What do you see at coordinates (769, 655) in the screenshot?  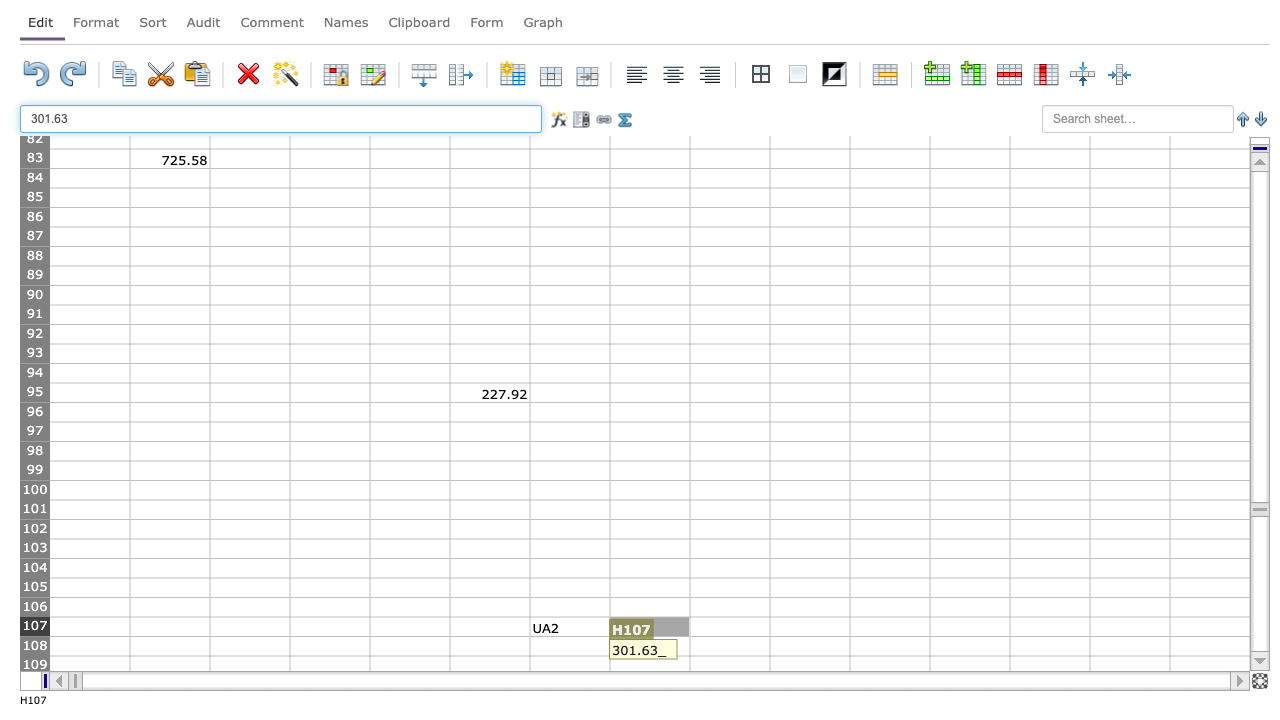 I see `bottom right corner of I108` at bounding box center [769, 655].